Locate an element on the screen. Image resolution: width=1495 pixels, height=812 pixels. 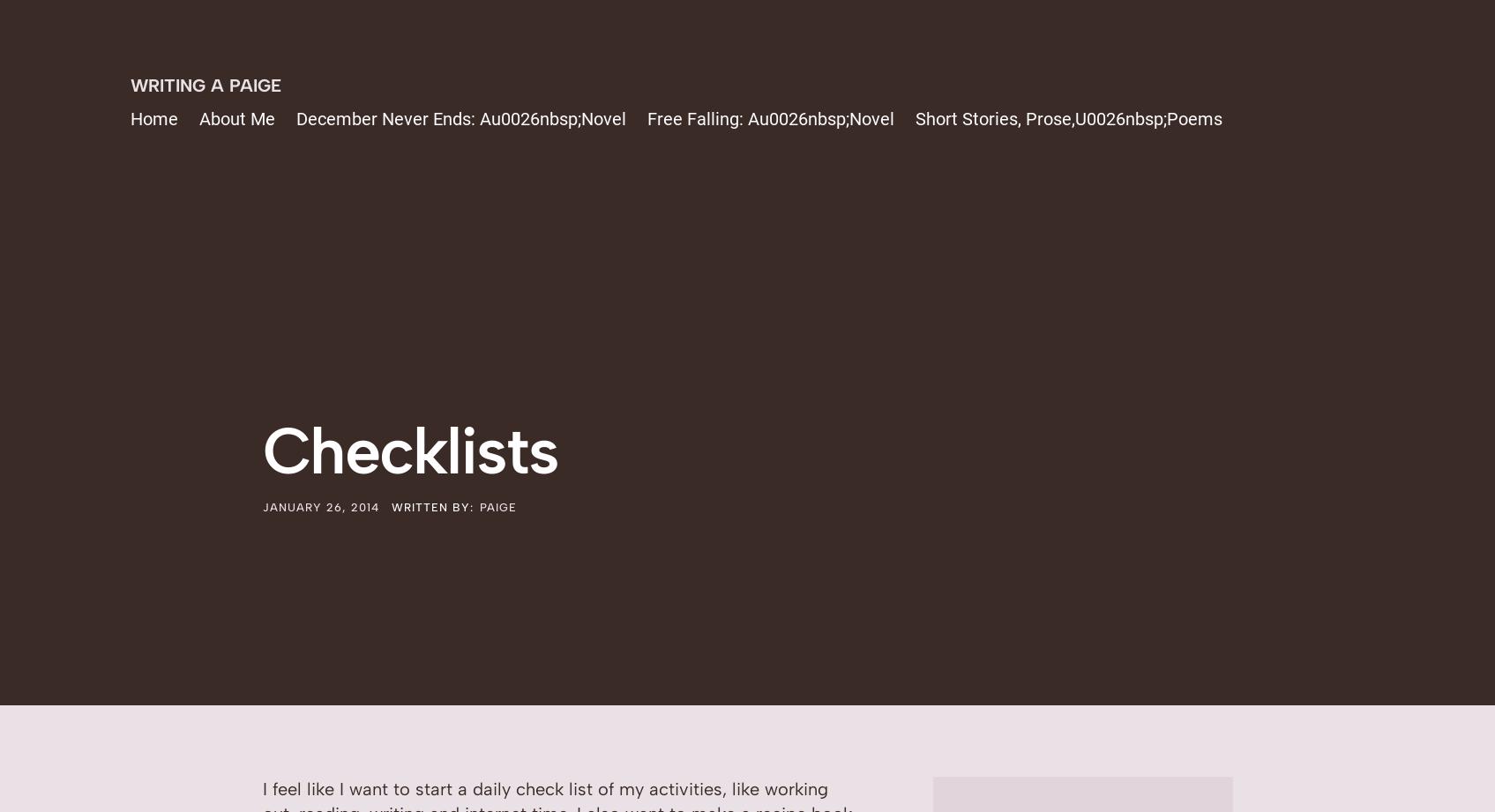
'December Never Ends: Au0026nbsp;Novel' is located at coordinates (460, 119).